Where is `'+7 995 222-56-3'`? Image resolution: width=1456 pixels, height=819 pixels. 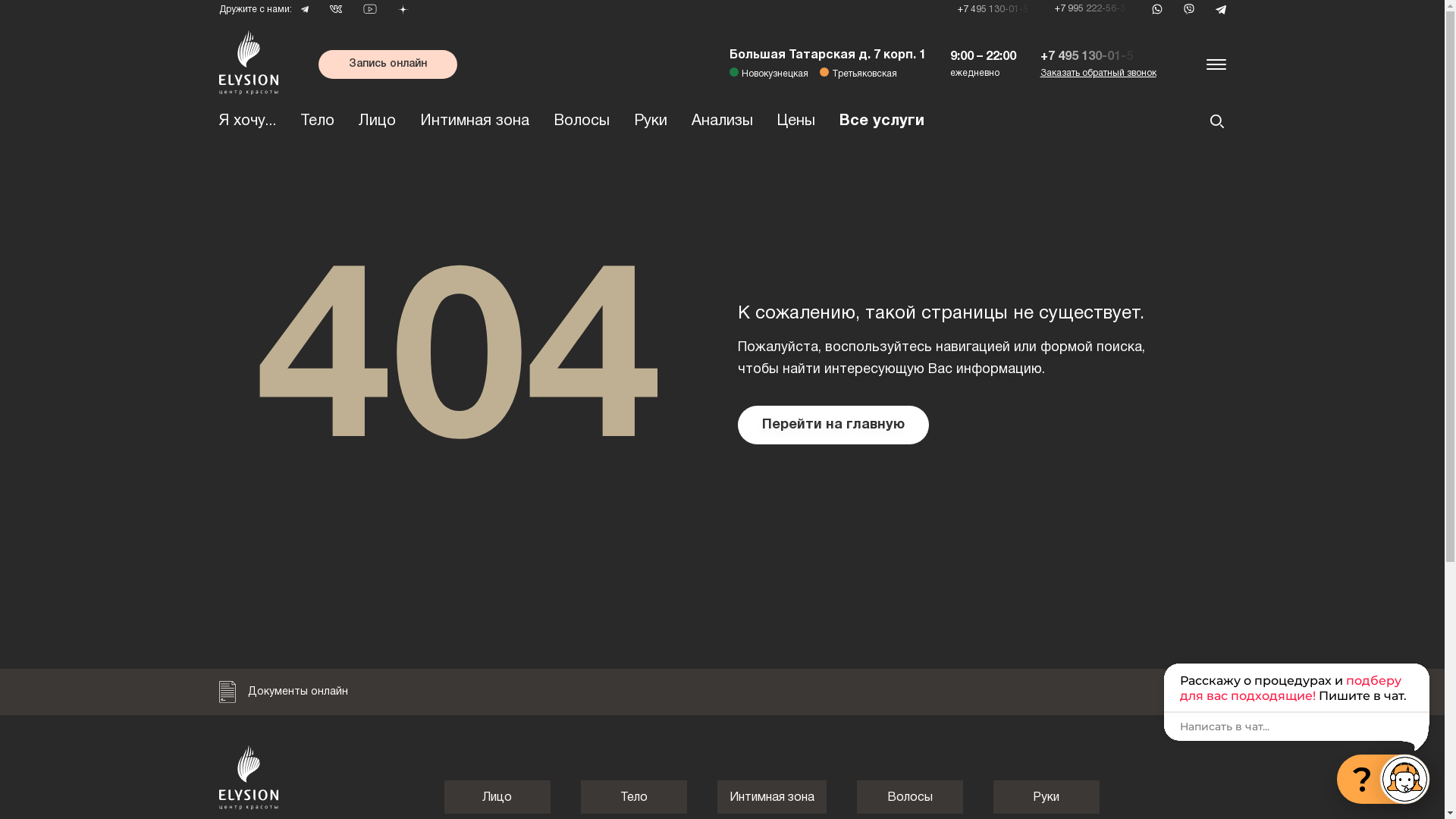 '+7 995 222-56-3' is located at coordinates (1092, 8).